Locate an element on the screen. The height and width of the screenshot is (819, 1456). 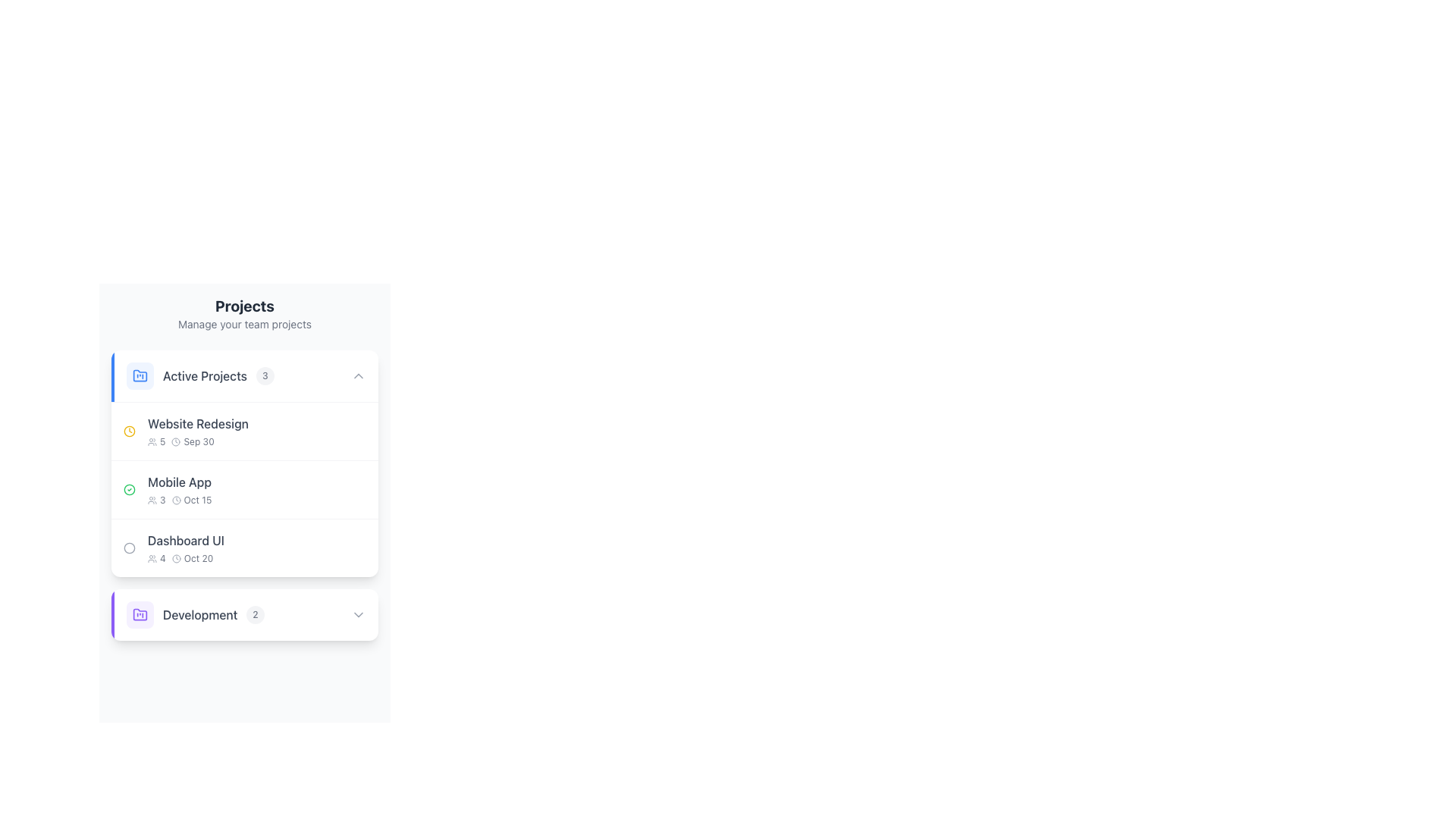
the 'Active Projects' Collapsible Group Header for keyboard navigation is located at coordinates (244, 375).